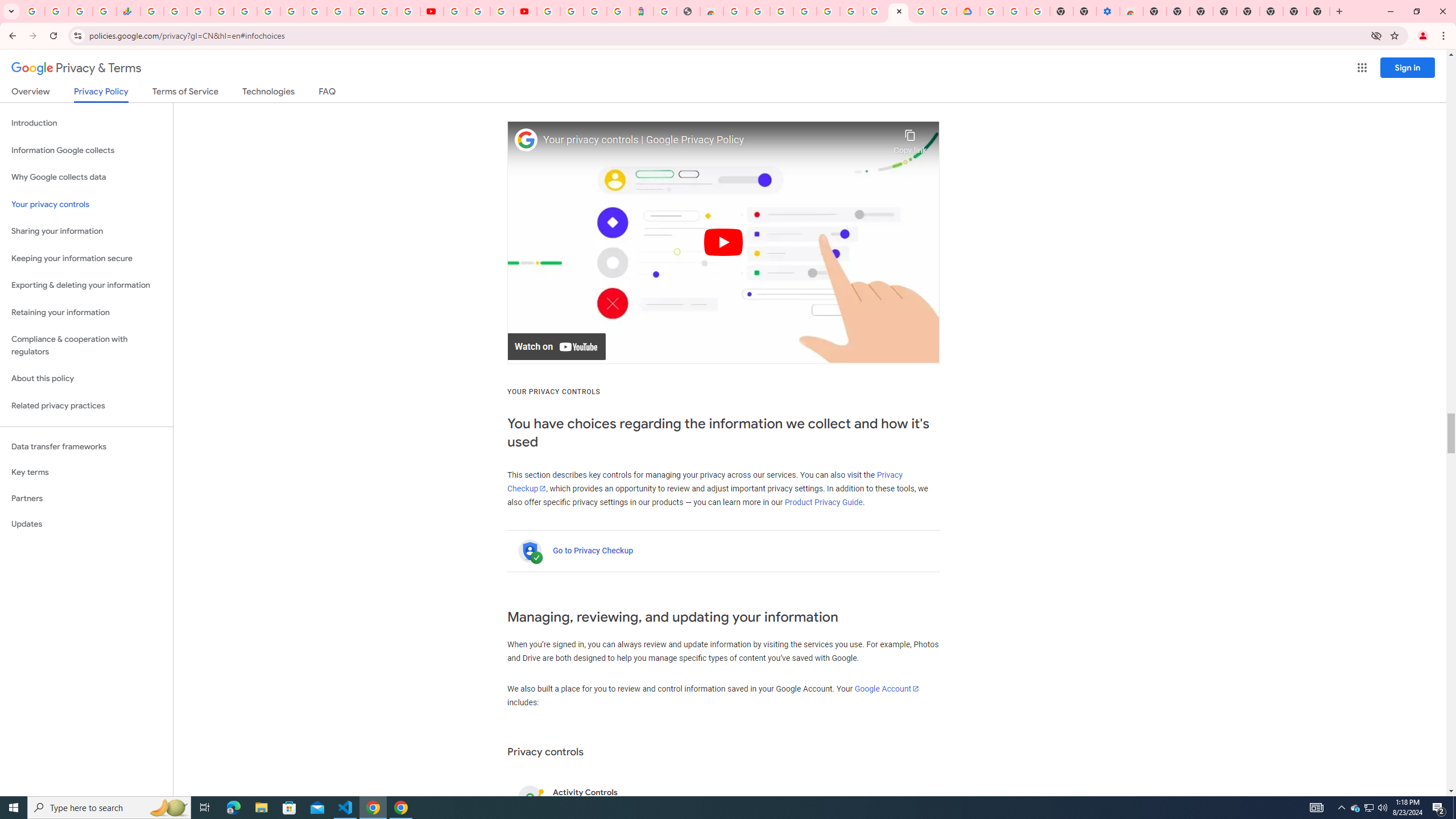  I want to click on 'Photo image of Google', so click(526, 139).